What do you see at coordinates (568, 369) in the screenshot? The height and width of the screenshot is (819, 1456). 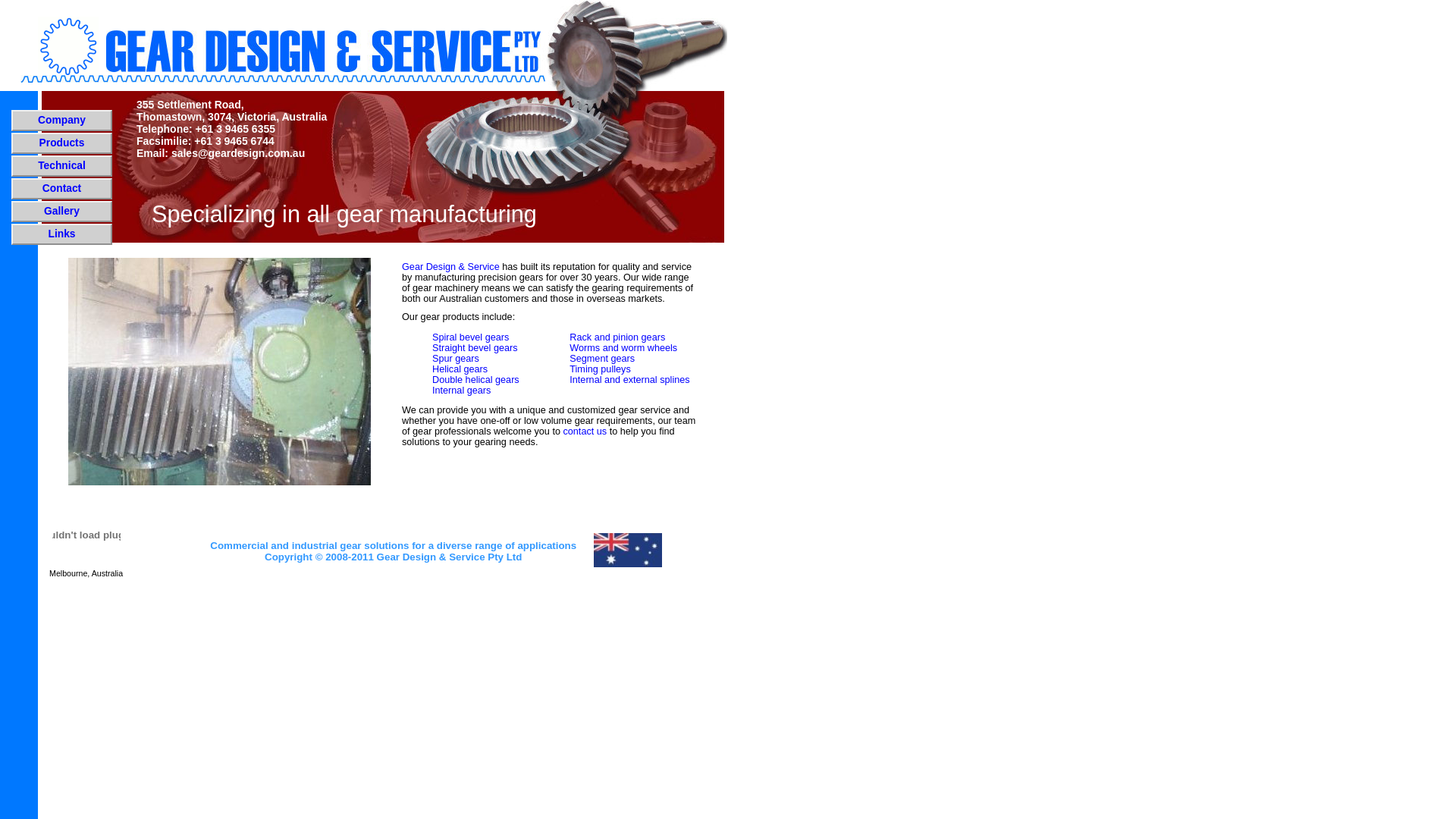 I see `'Timing pulleys'` at bounding box center [568, 369].